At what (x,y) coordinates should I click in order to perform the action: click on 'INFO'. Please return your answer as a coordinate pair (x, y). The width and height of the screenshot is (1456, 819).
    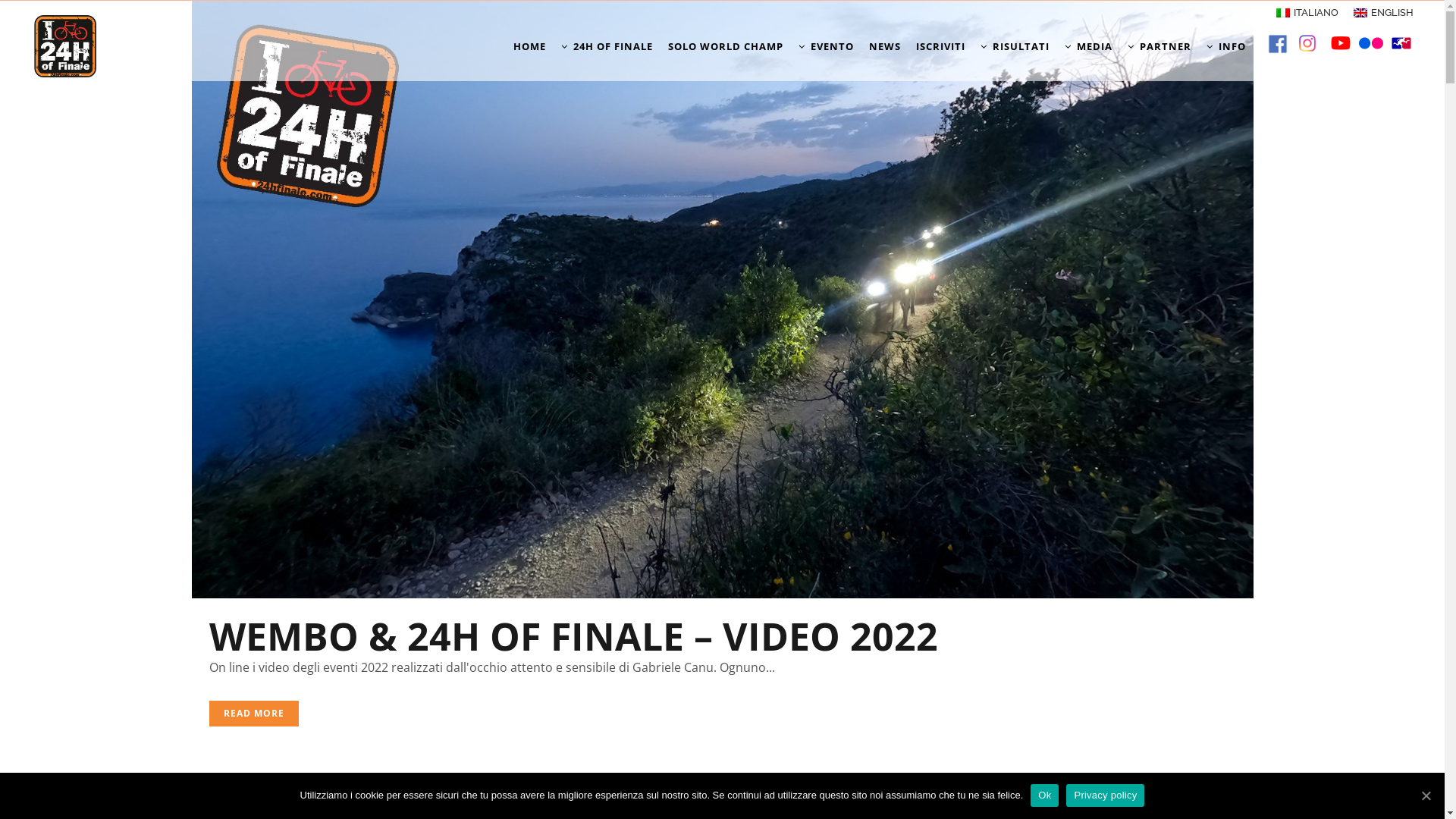
    Looking at the image, I should click on (1226, 45).